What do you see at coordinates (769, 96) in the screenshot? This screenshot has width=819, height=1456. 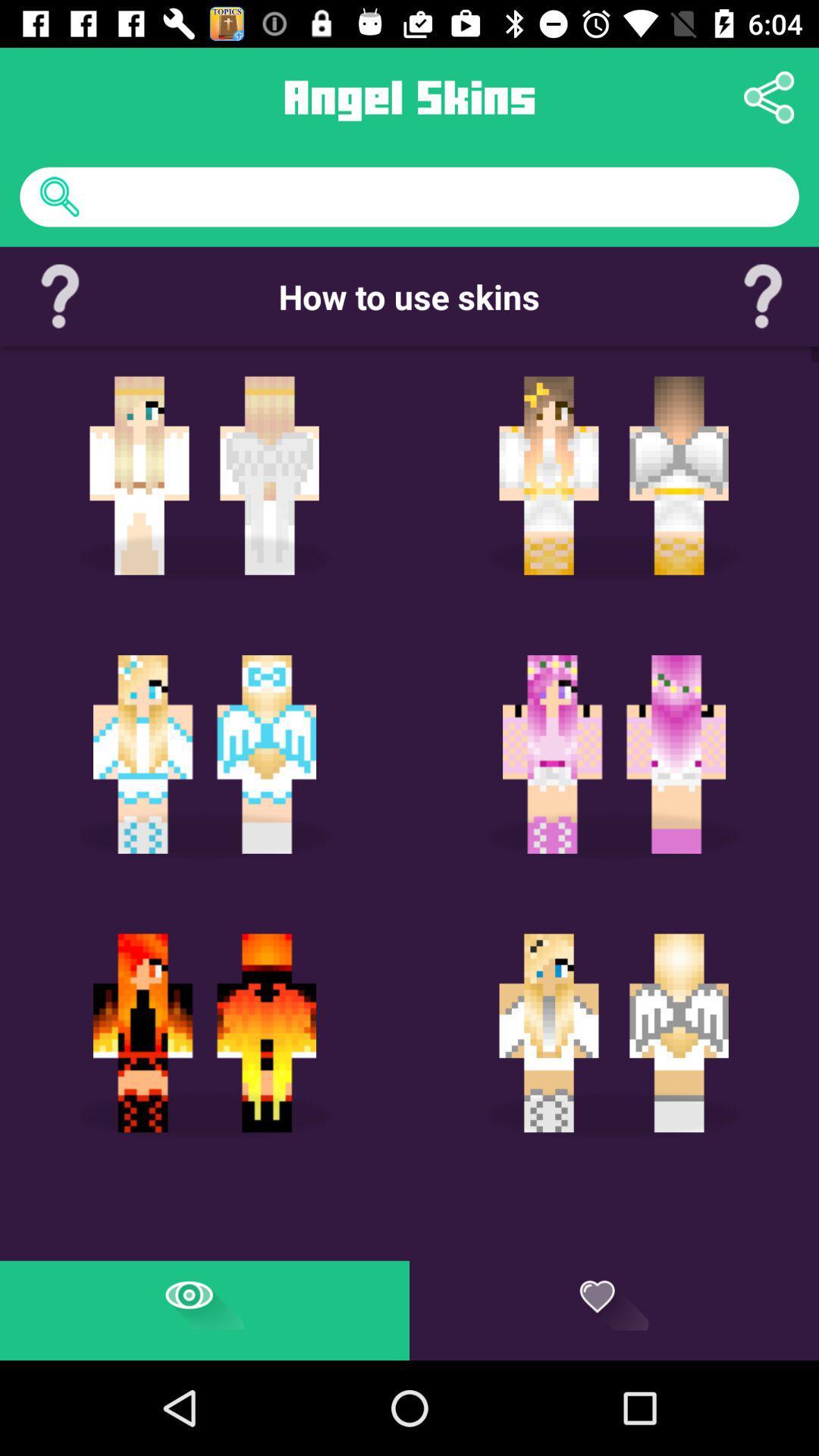 I see `the share icon` at bounding box center [769, 96].